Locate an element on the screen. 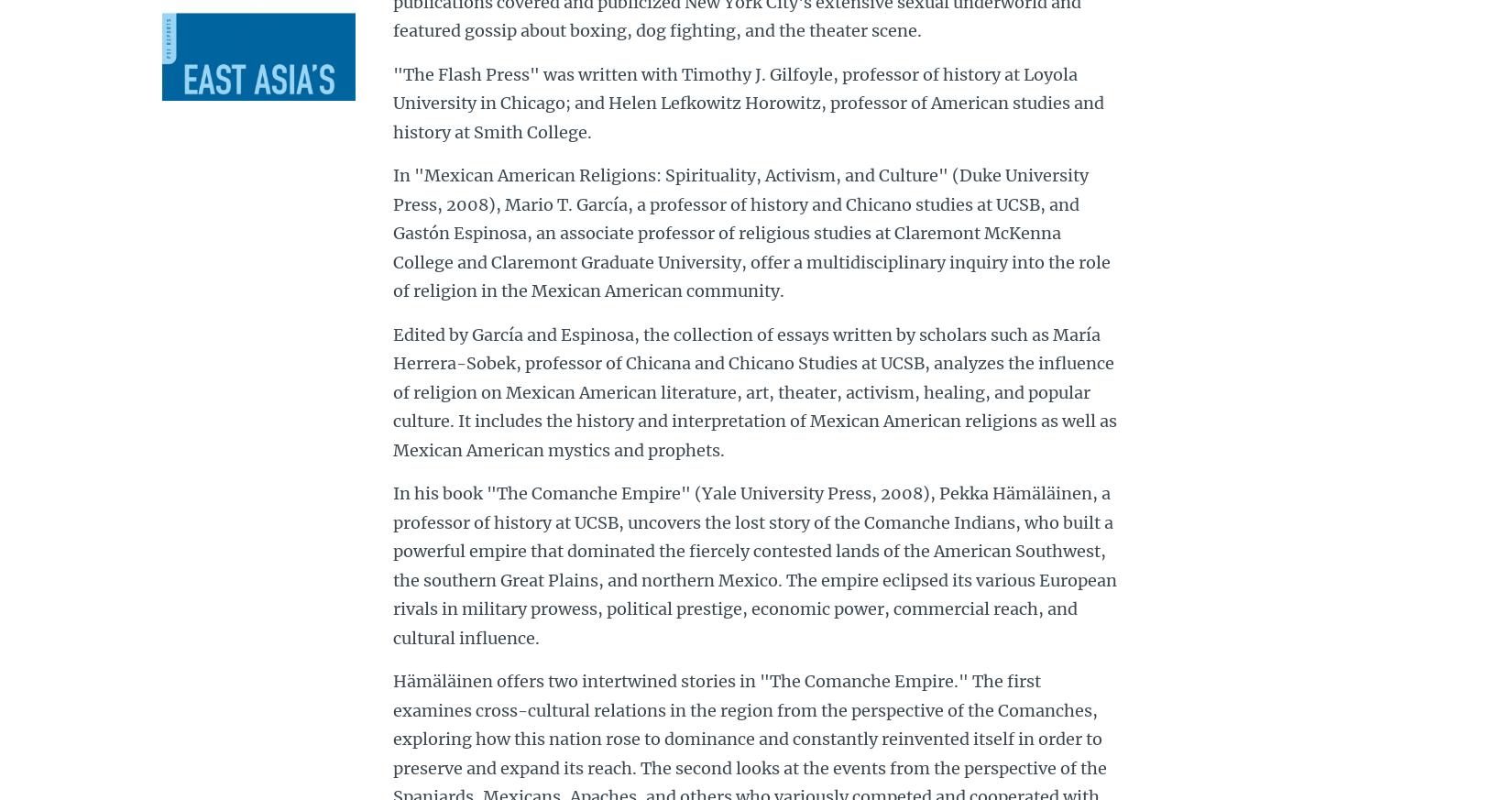 This screenshot has width=1512, height=800. 'The University of California, Santa Barbara is a leading research institution that also provides a comprehensive liberal arts learning experience. Our academic community of faculty, students, and staff is characterized by a culture of interdisciplinary collaboration that is responsive to the needs of our multicultural and global society. All of this takes place within a living and learning environment like no other, as we draw inspiration from the beauty and resources of our extraordinary location at the edge of the Pacific Ocean.' is located at coordinates (162, 141).